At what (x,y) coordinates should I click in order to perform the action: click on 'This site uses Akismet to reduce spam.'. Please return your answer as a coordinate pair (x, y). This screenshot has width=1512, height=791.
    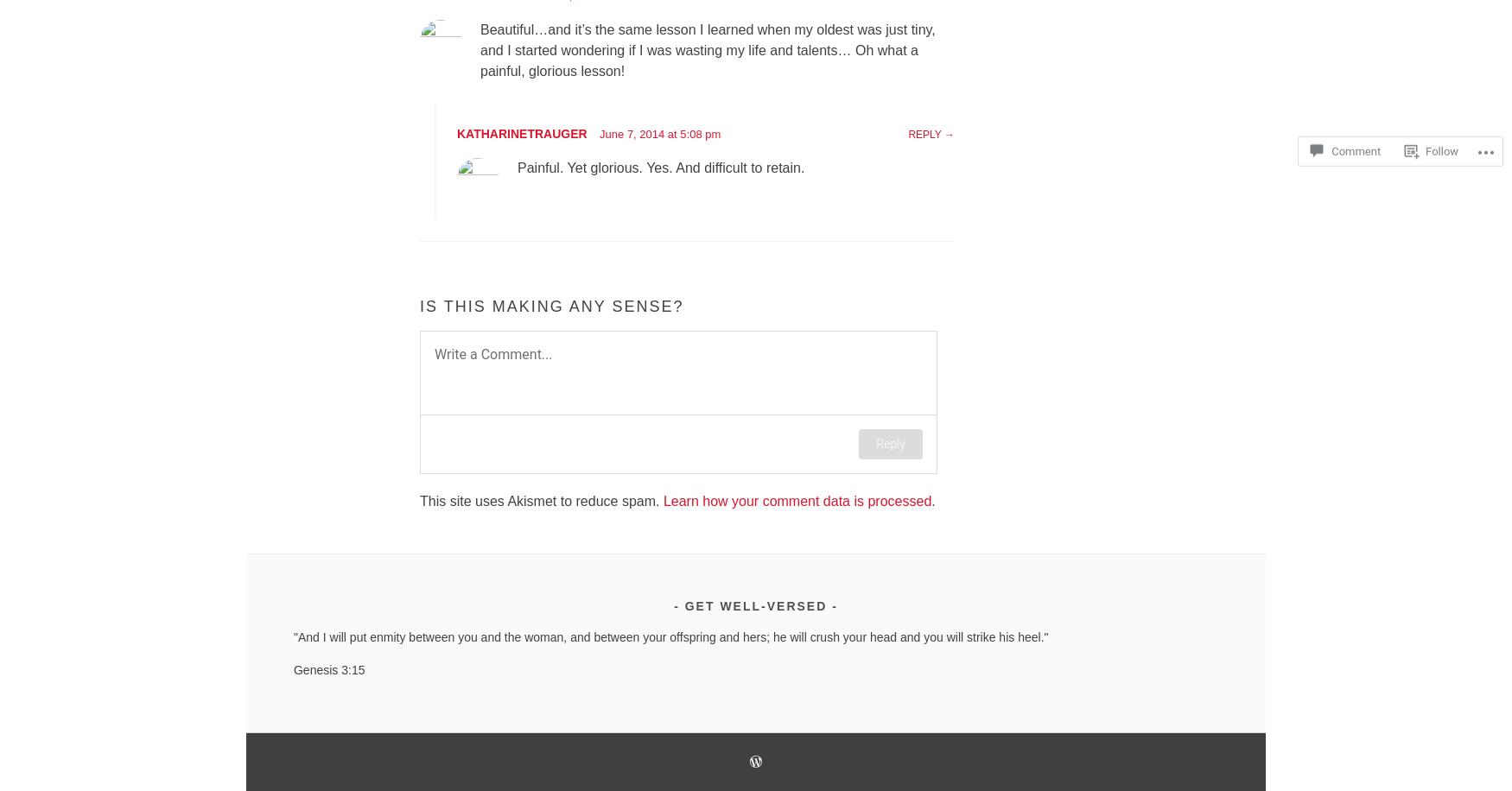
    Looking at the image, I should click on (540, 501).